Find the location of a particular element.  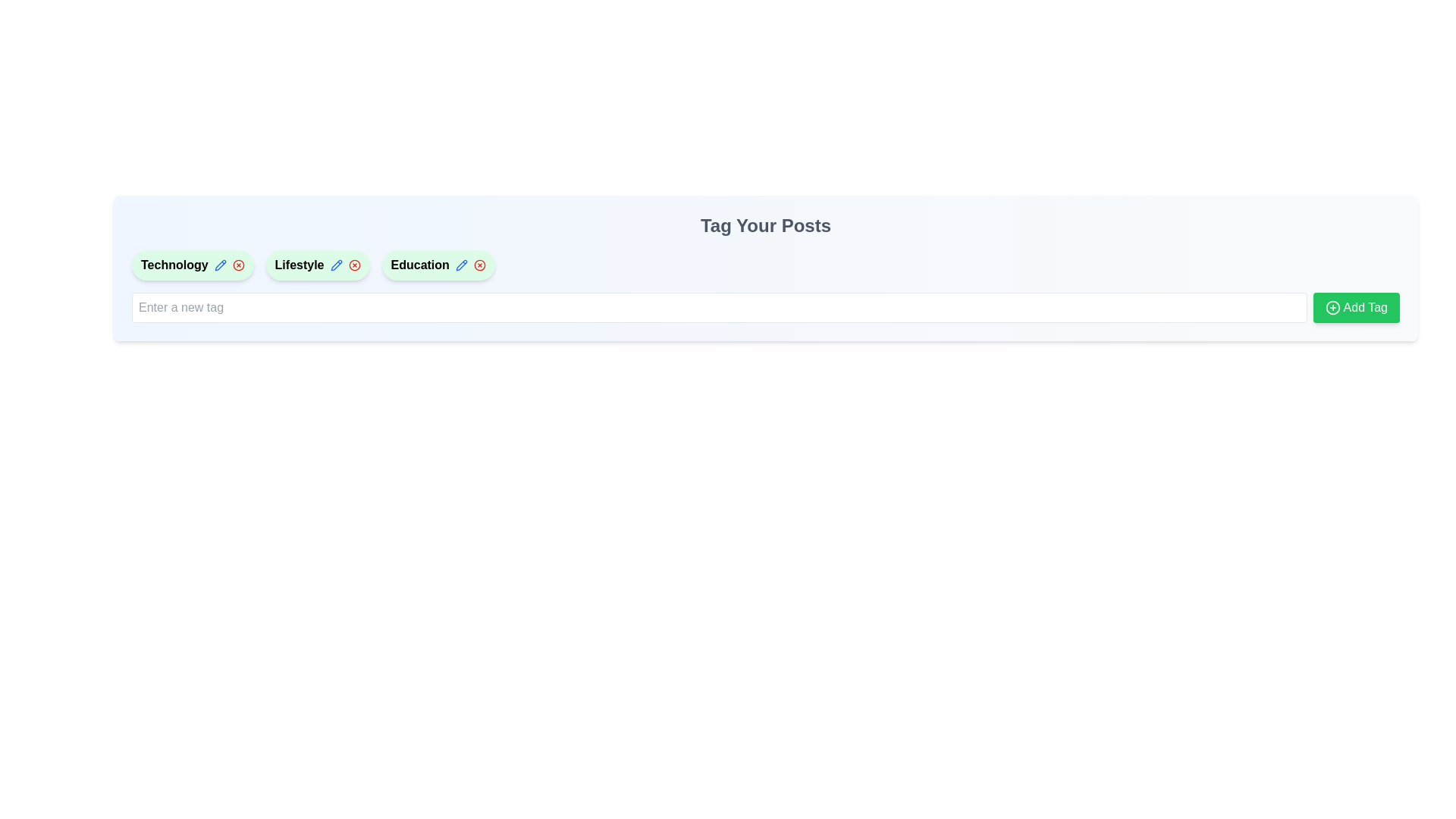

the blue pencil-shaped icon located on the right side of the 'Lifestyle' tag to initiate the edit functionality is located at coordinates (335, 265).